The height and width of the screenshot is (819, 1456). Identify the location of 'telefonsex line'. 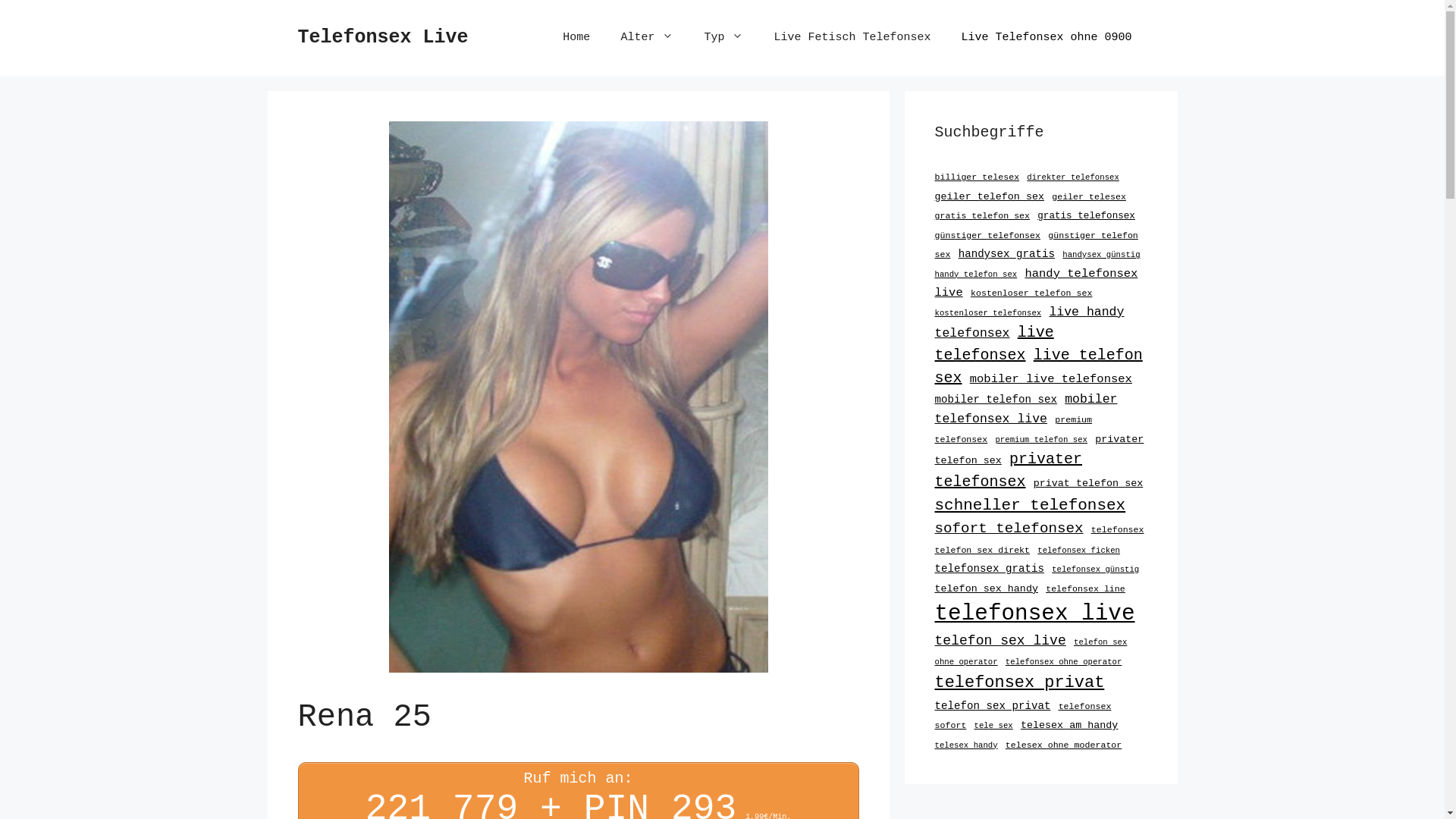
(1084, 588).